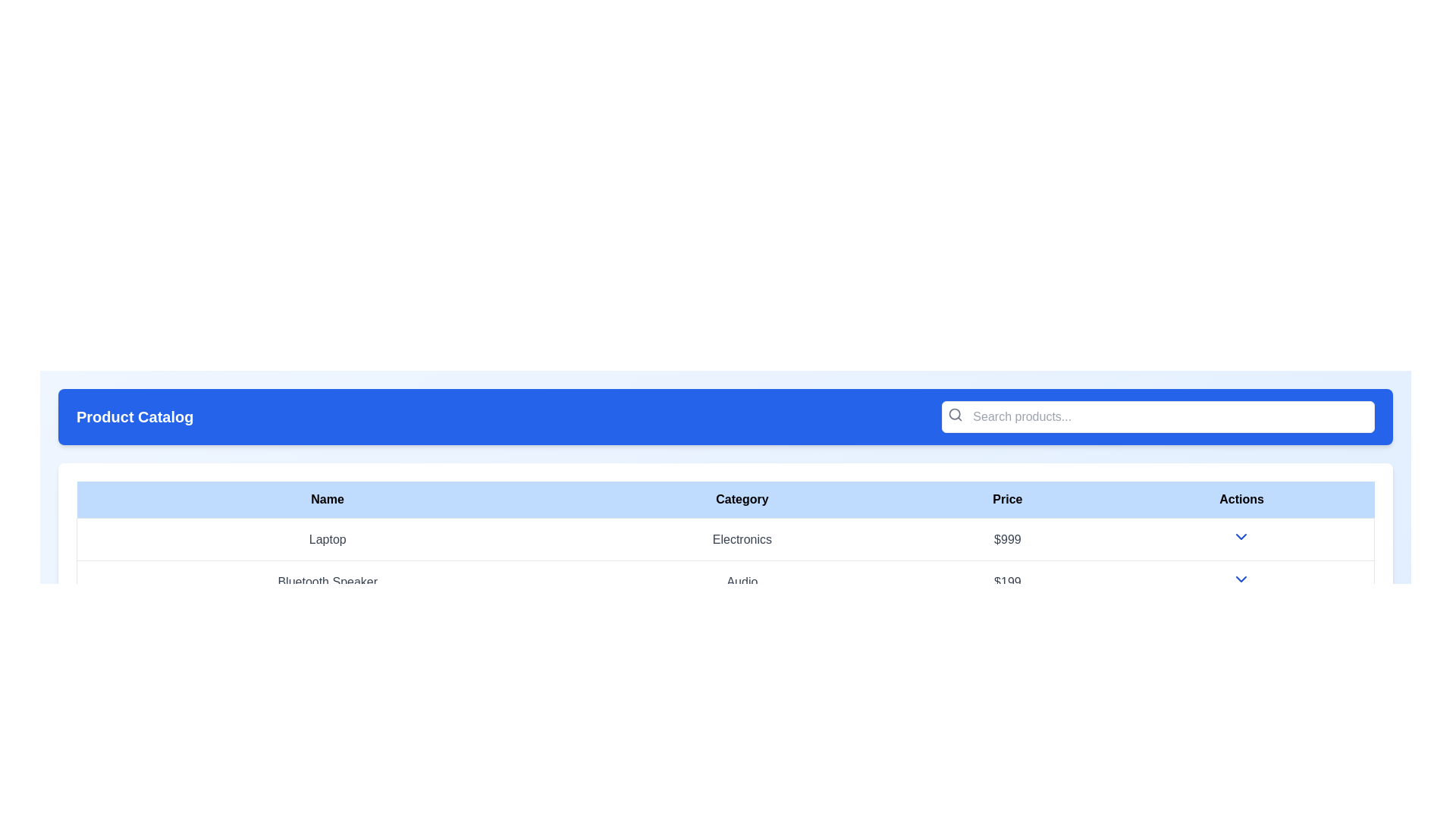 The height and width of the screenshot is (819, 1456). Describe the element at coordinates (327, 500) in the screenshot. I see `the header text label for the 'Name' column in the Product Catalog table, which is the first header in a row of four headers` at that location.